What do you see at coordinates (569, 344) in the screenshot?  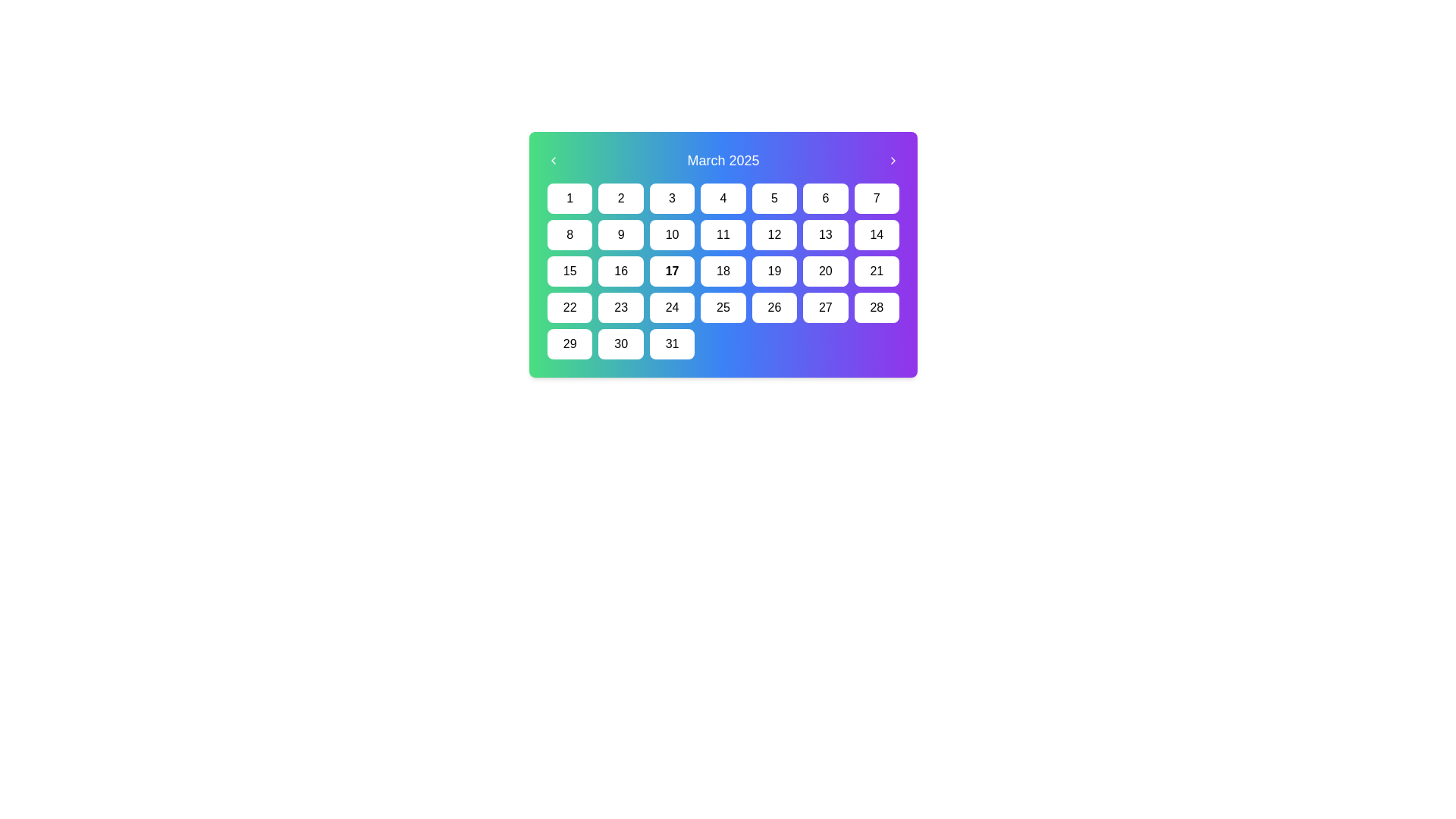 I see `the button representing the specific day in the calendar located in the last row and first column` at bounding box center [569, 344].